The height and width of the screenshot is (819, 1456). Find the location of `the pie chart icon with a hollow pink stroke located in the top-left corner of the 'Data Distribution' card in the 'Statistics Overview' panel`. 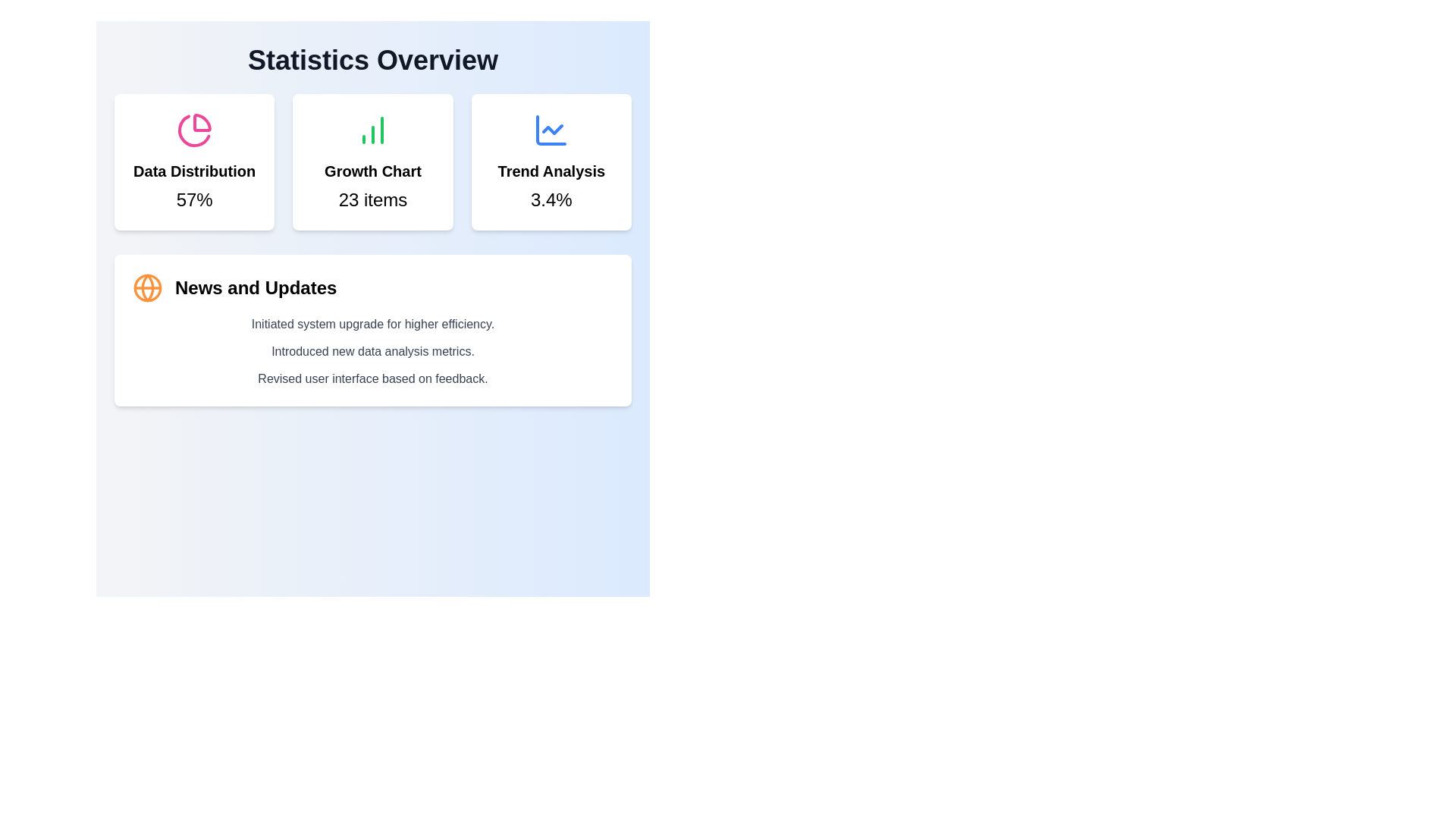

the pie chart icon with a hollow pink stroke located in the top-left corner of the 'Data Distribution' card in the 'Statistics Overview' panel is located at coordinates (193, 130).